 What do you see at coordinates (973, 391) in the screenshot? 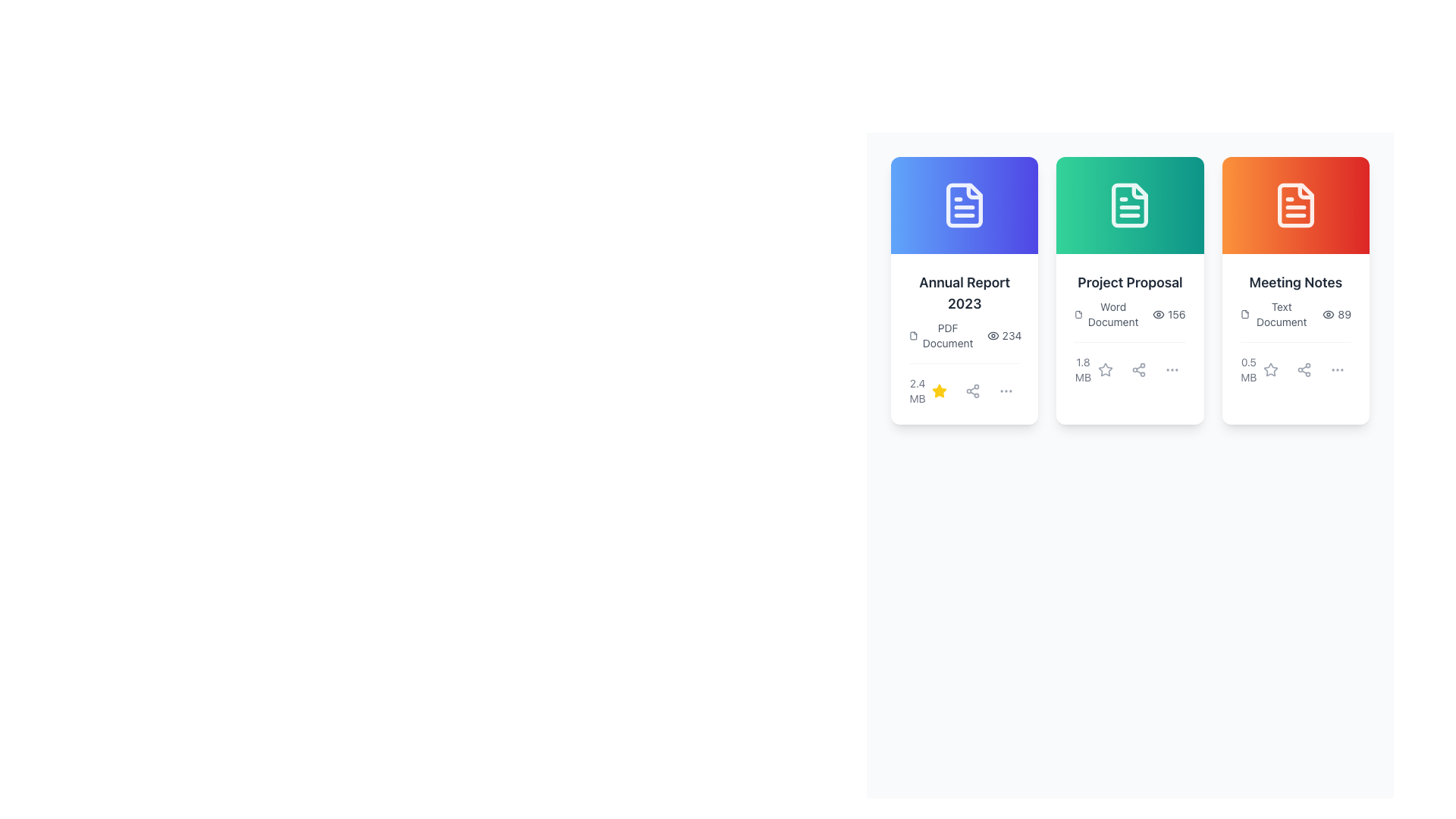
I see `the gray circular 'share' icon, which is the second icon from the left in a group of three, located below the '2.4 MB' label in the 'Annual Report 2023' card` at bounding box center [973, 391].